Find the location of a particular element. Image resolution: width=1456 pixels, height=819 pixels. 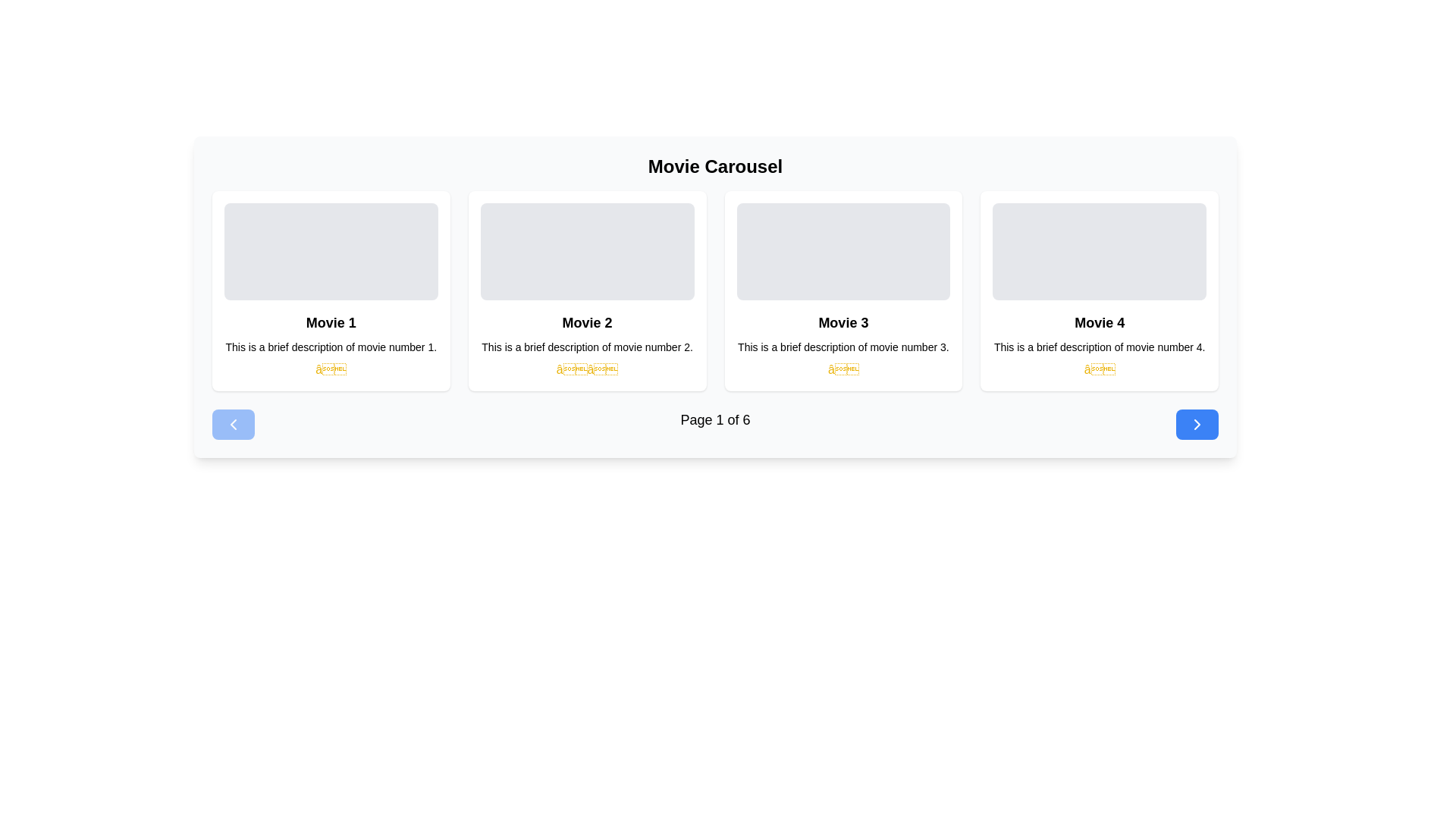

the text label that serves as the title of the content in the third card from the left in the horizontal carousel, positioned below the image placeholder and above the description text is located at coordinates (843, 322).